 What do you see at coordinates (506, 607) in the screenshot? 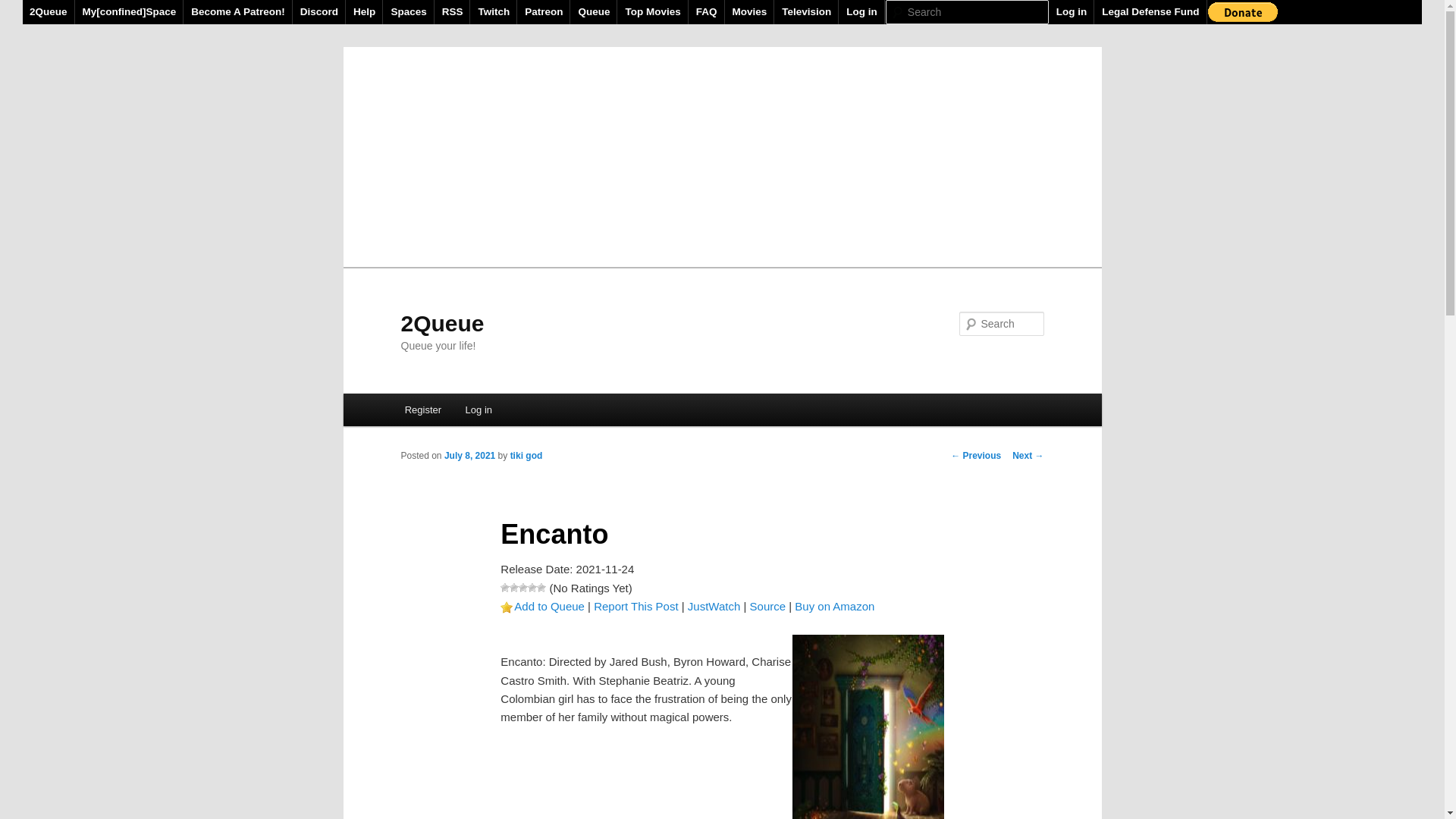
I see `'Favorite'` at bounding box center [506, 607].